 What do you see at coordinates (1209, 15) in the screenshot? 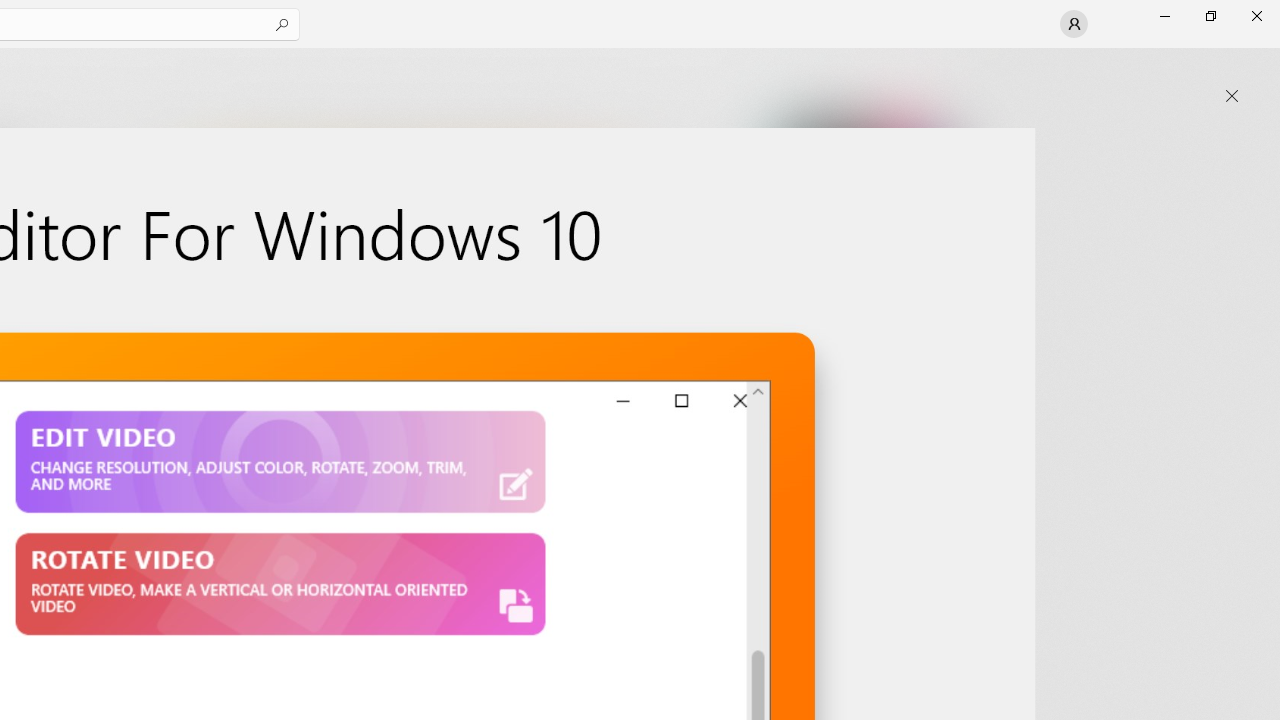
I see `'Restore Microsoft Store'` at bounding box center [1209, 15].